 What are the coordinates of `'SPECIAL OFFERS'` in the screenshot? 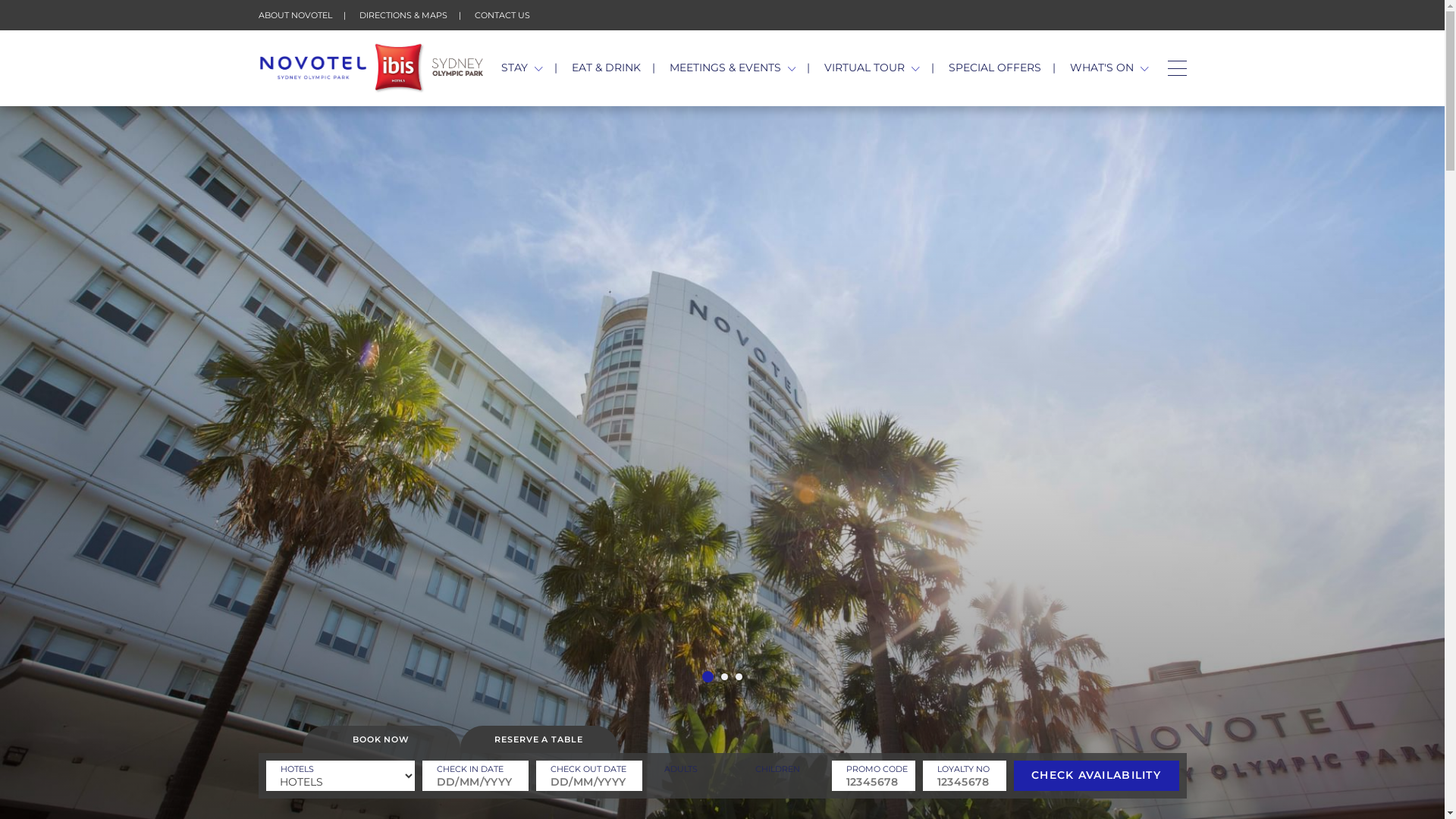 It's located at (994, 67).